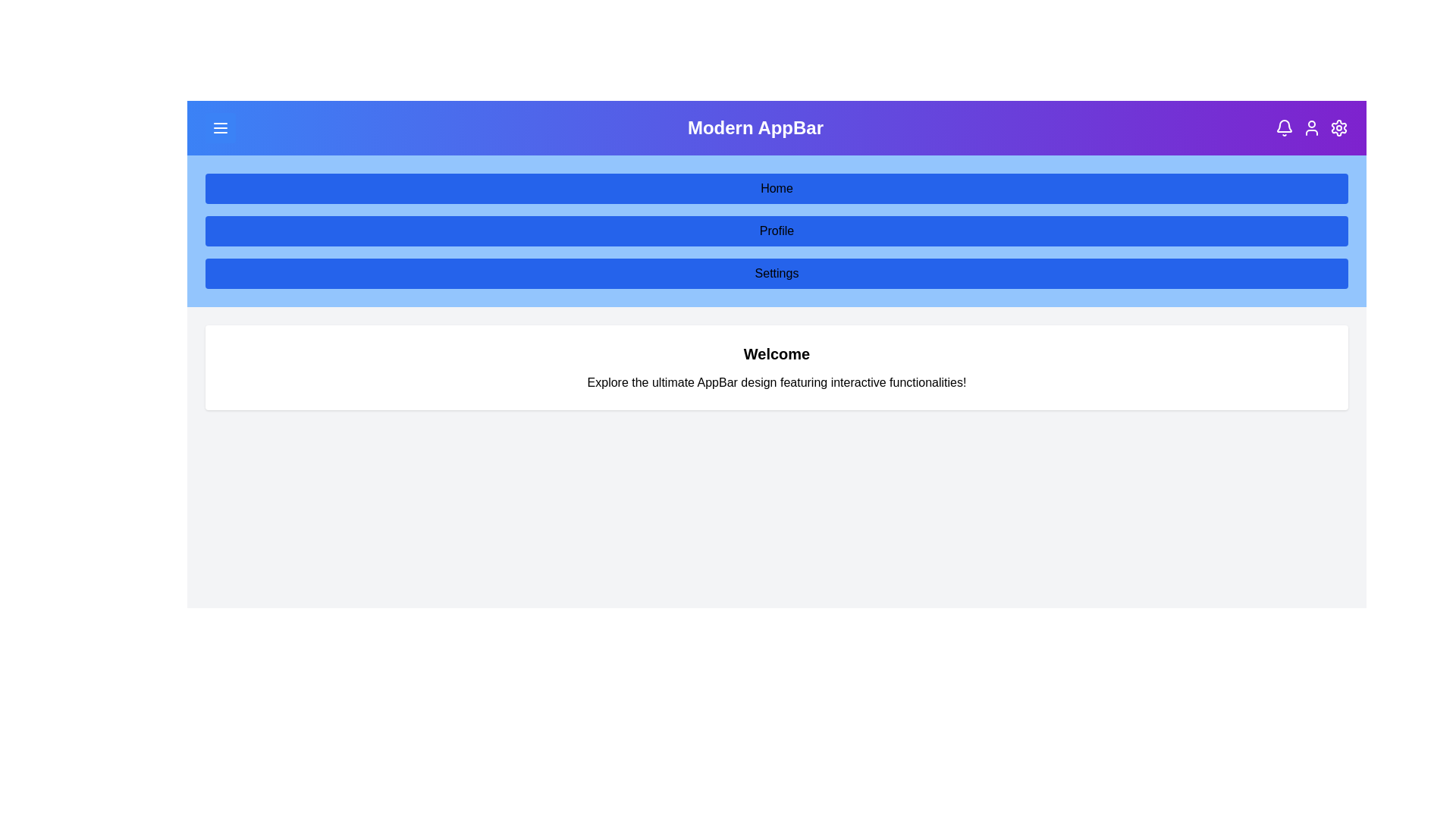 The width and height of the screenshot is (1456, 819). I want to click on the menu icon to toggle the menu visibility, so click(220, 127).